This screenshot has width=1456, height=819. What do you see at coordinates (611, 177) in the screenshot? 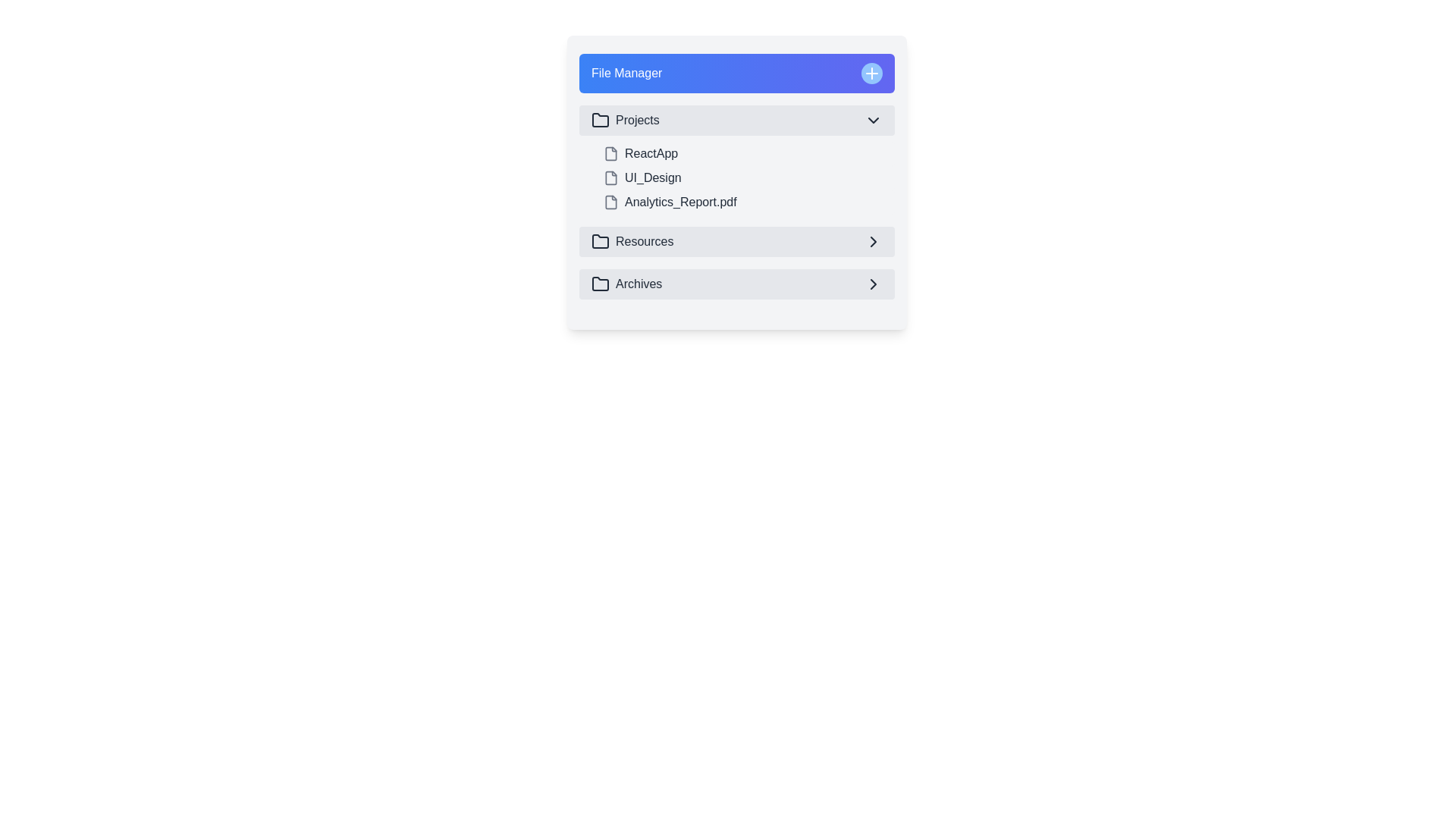
I see `the document icon representing the 'UI_Design' file entry, located adjacent to the label in the file manager interface` at bounding box center [611, 177].